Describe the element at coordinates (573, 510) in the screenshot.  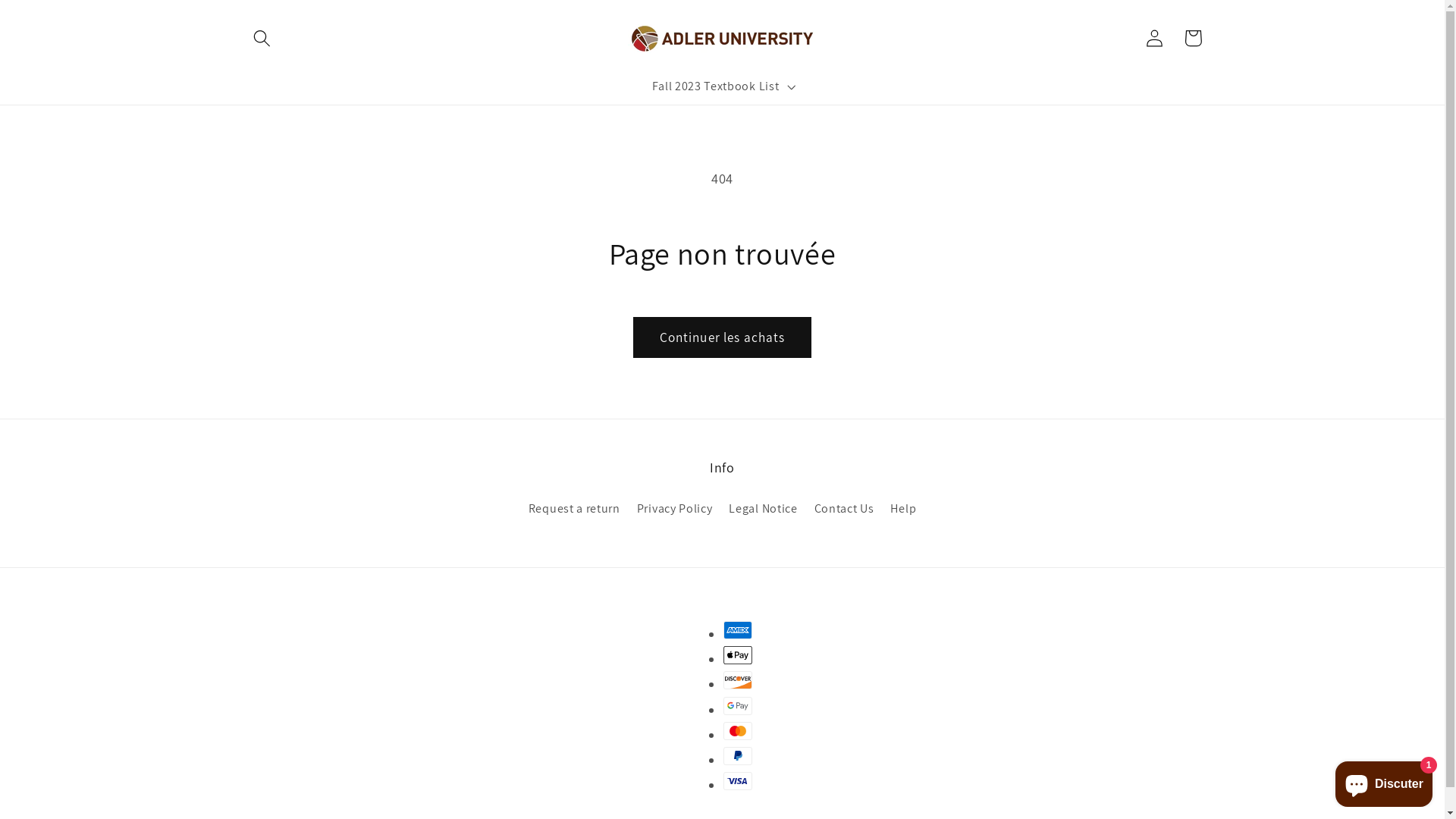
I see `'Request a return'` at that location.